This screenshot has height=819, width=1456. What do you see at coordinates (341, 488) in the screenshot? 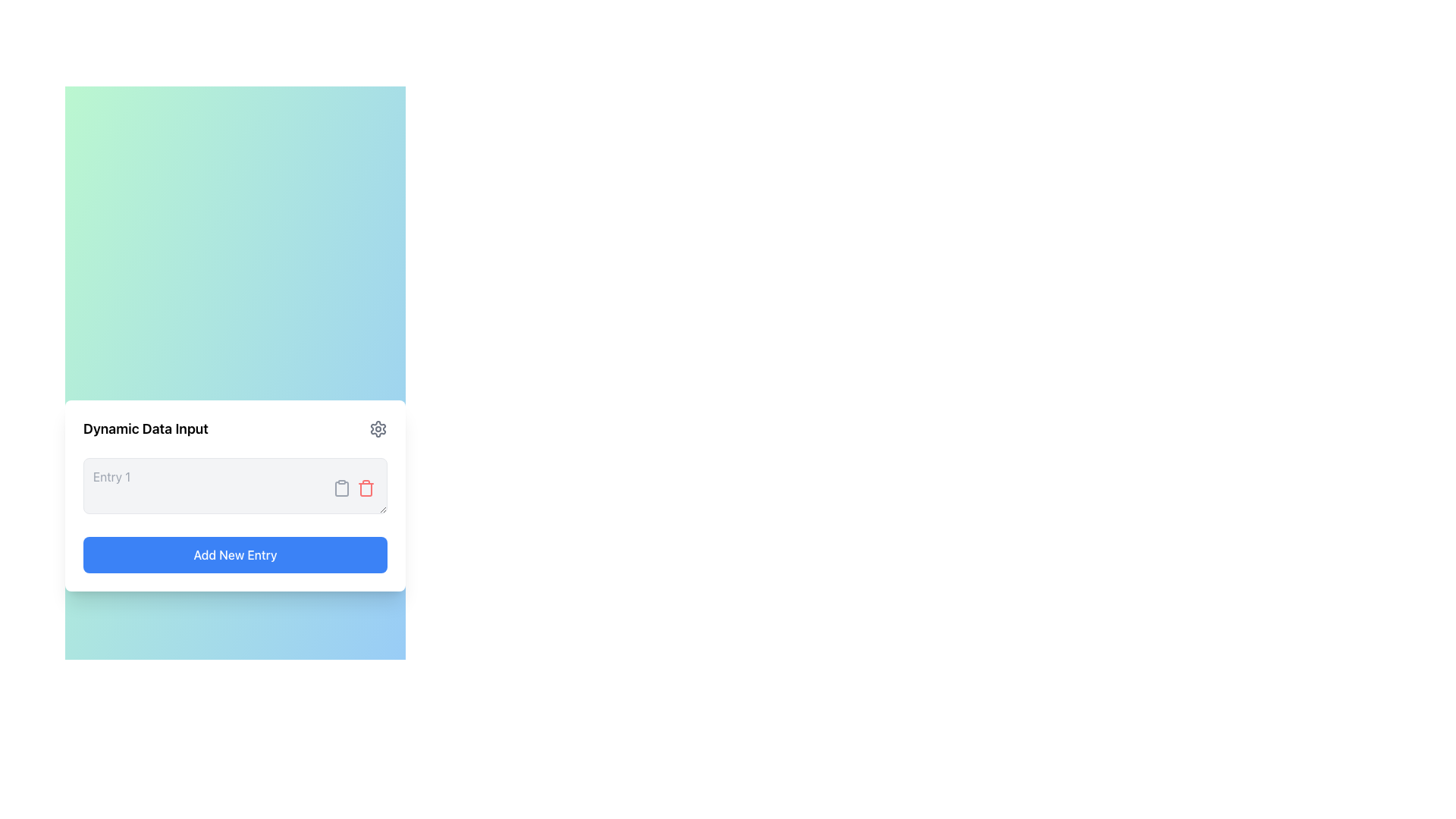
I see `the gray clipboard icon located next to other functional icons on the right side of the 'Entry 1' input box` at bounding box center [341, 488].